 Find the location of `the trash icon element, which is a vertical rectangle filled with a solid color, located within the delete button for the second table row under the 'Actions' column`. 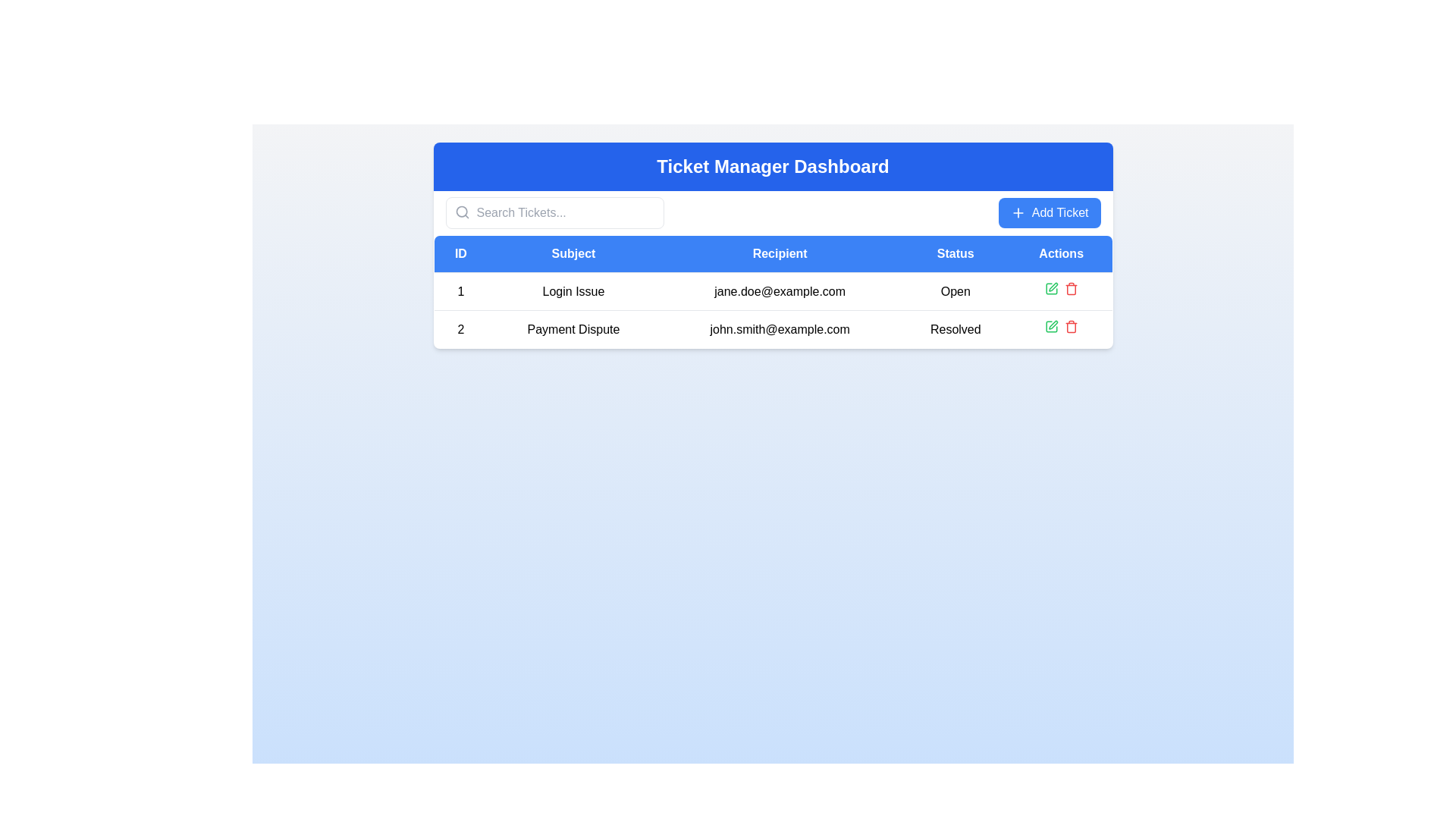

the trash icon element, which is a vertical rectangle filled with a solid color, located within the delete button for the second table row under the 'Actions' column is located at coordinates (1070, 290).